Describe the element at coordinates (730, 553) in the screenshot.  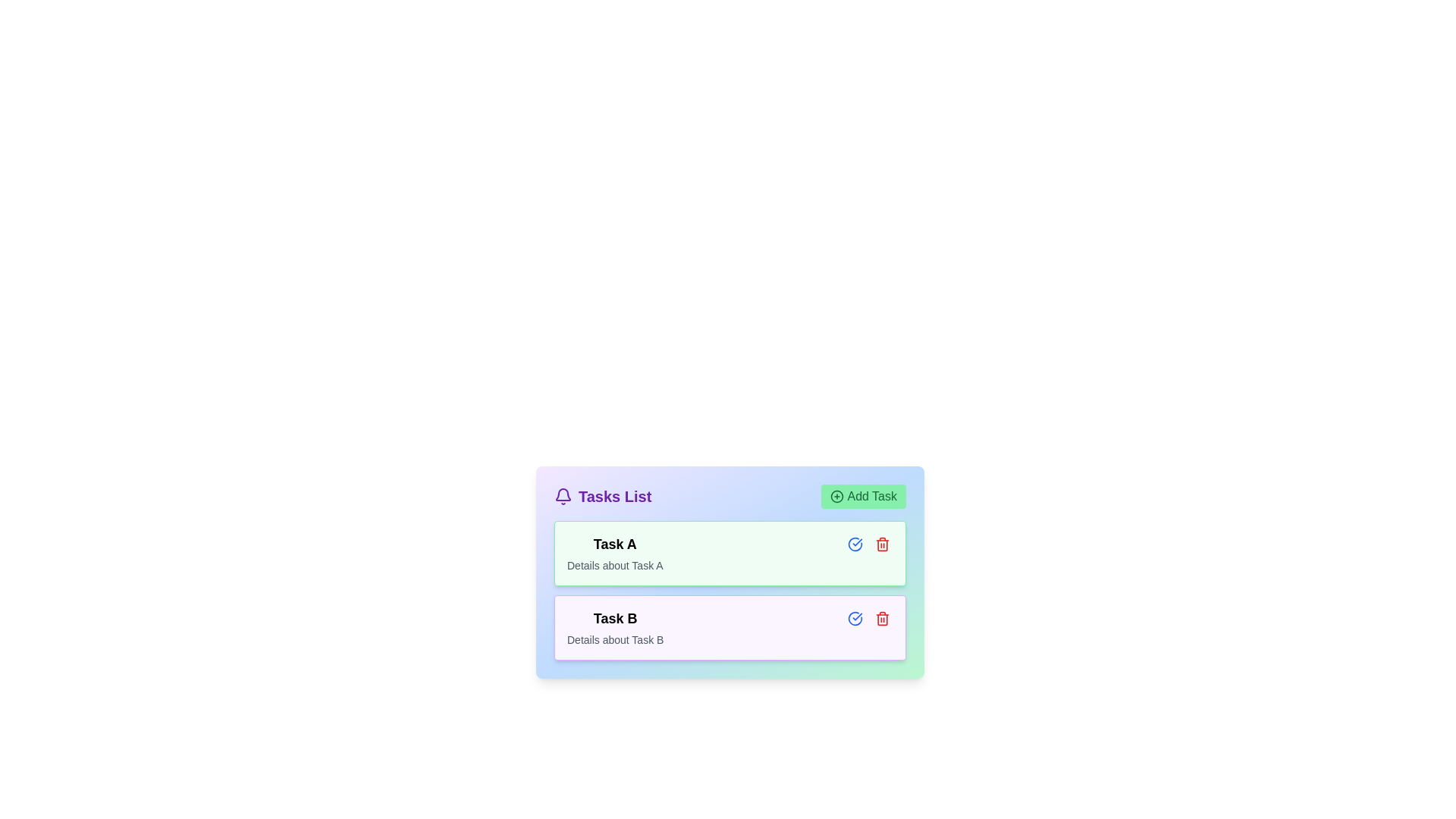
I see `the first task card in the task list, which displays information about the task and is located above the second task card titled 'Task B'` at that location.